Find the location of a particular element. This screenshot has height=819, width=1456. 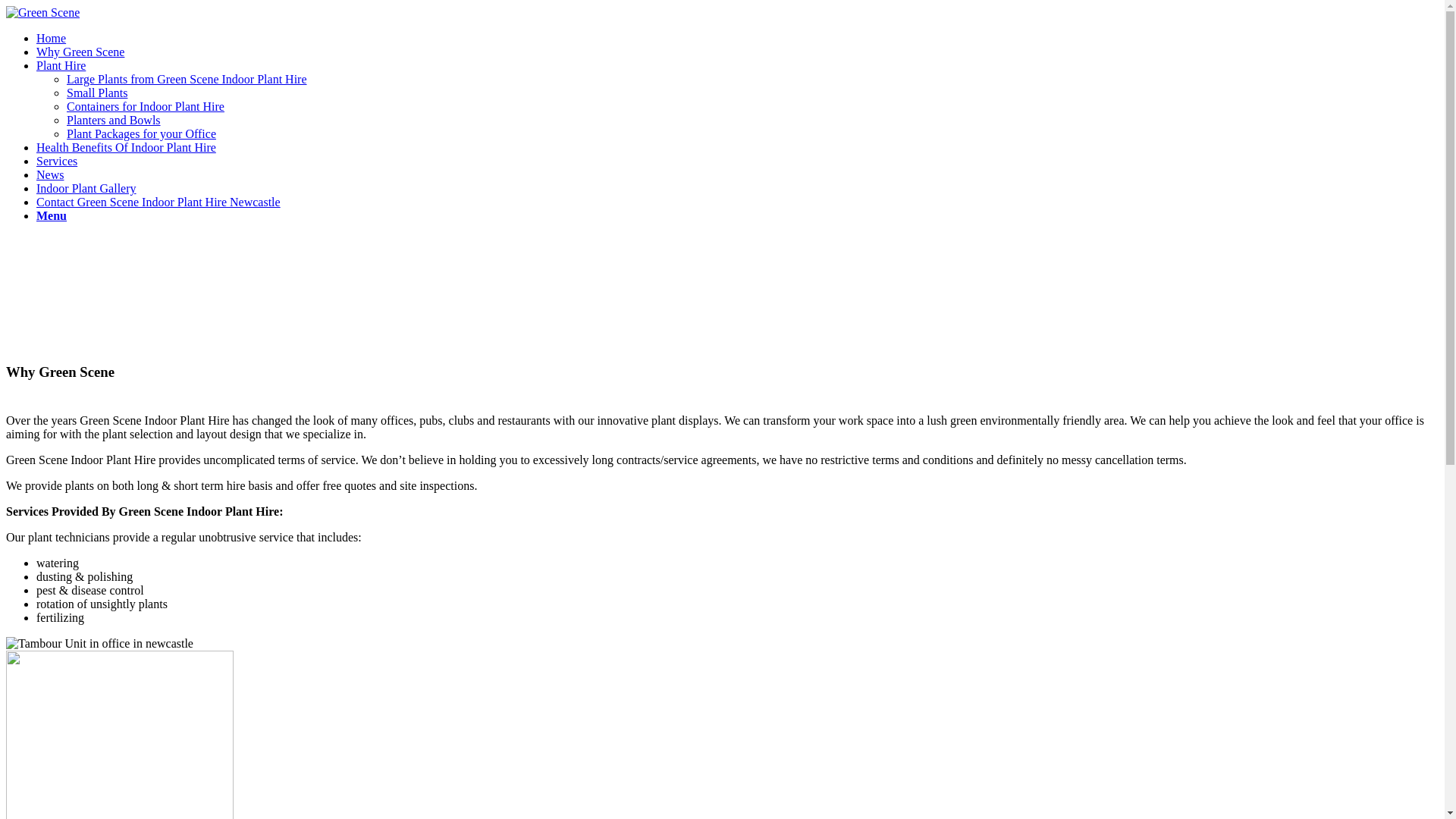

'Menu' is located at coordinates (51, 215).